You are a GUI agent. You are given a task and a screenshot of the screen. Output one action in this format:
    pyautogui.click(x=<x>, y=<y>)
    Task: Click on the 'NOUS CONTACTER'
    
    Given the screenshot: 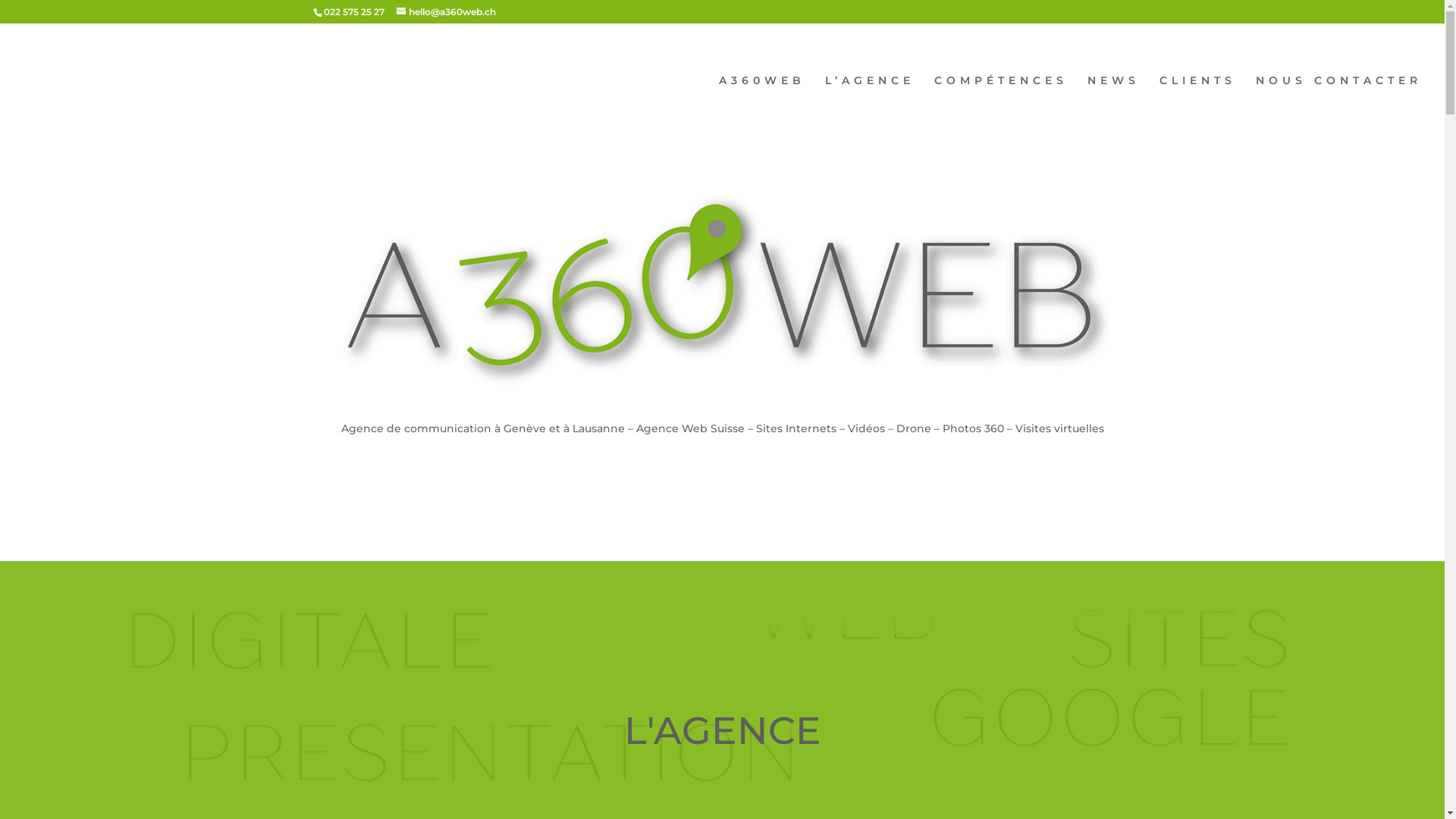 What is the action you would take?
    pyautogui.click(x=1338, y=105)
    